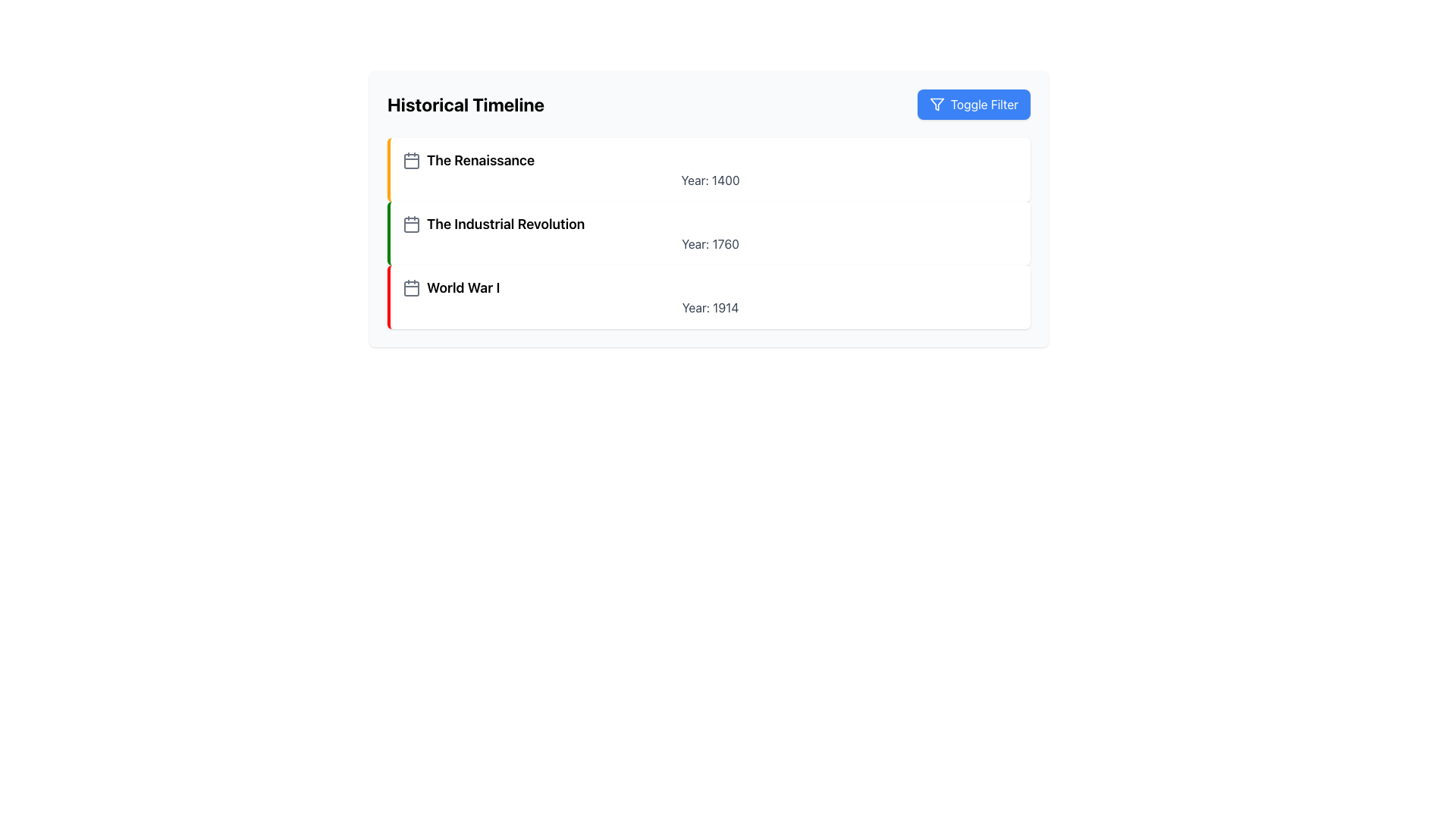 This screenshot has width=1456, height=819. I want to click on the second item, so click(708, 234).